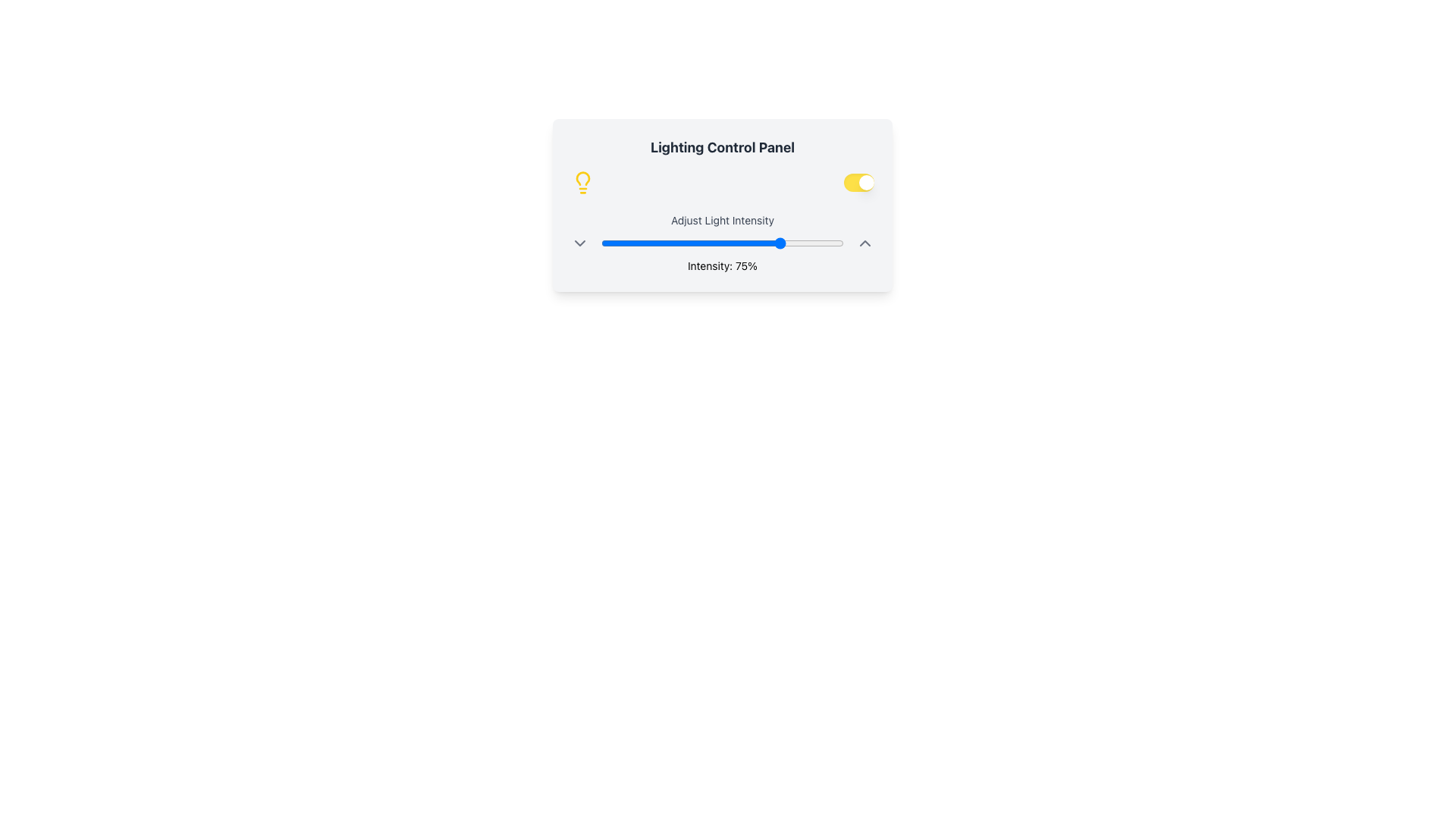 The width and height of the screenshot is (1456, 819). I want to click on light intensity, so click(682, 242).